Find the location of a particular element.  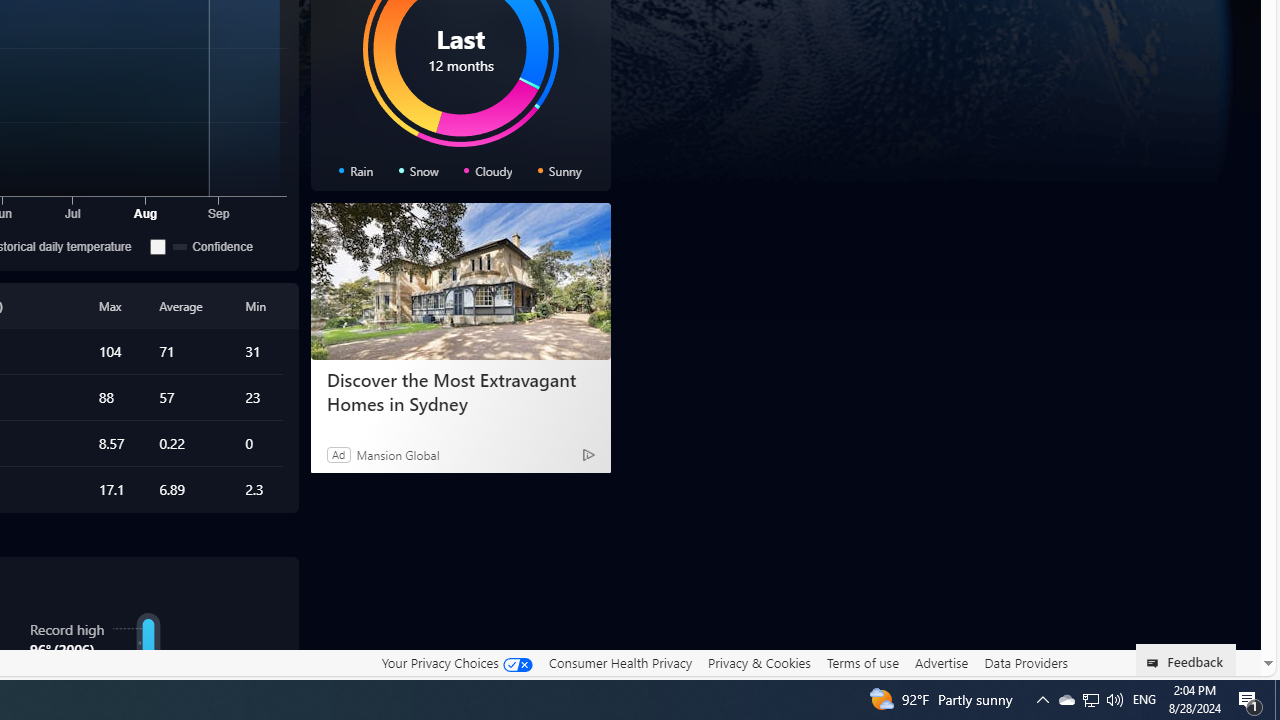

'Advertise' is located at coordinates (940, 663).